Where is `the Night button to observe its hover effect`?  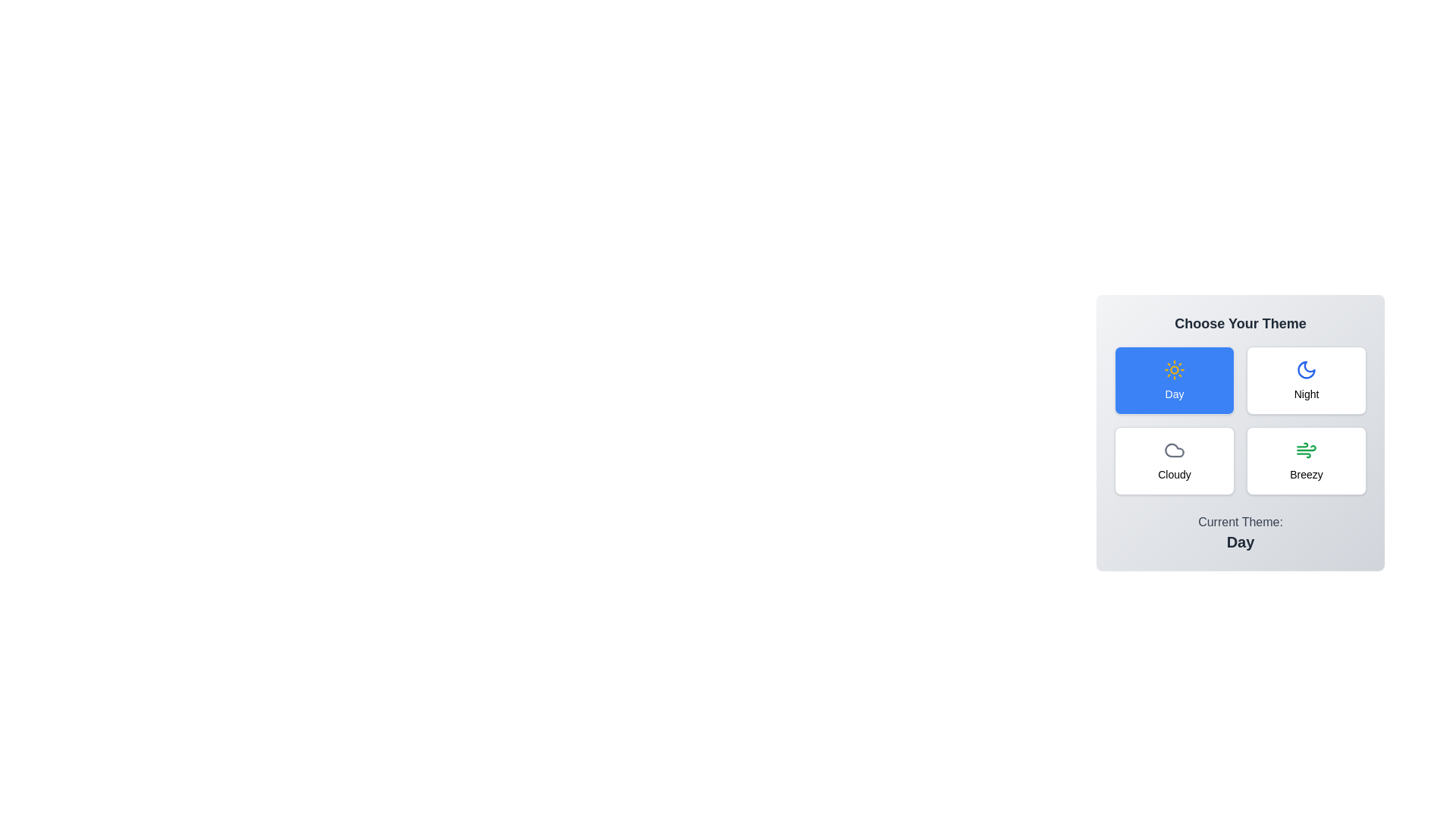
the Night button to observe its hover effect is located at coordinates (1306, 379).